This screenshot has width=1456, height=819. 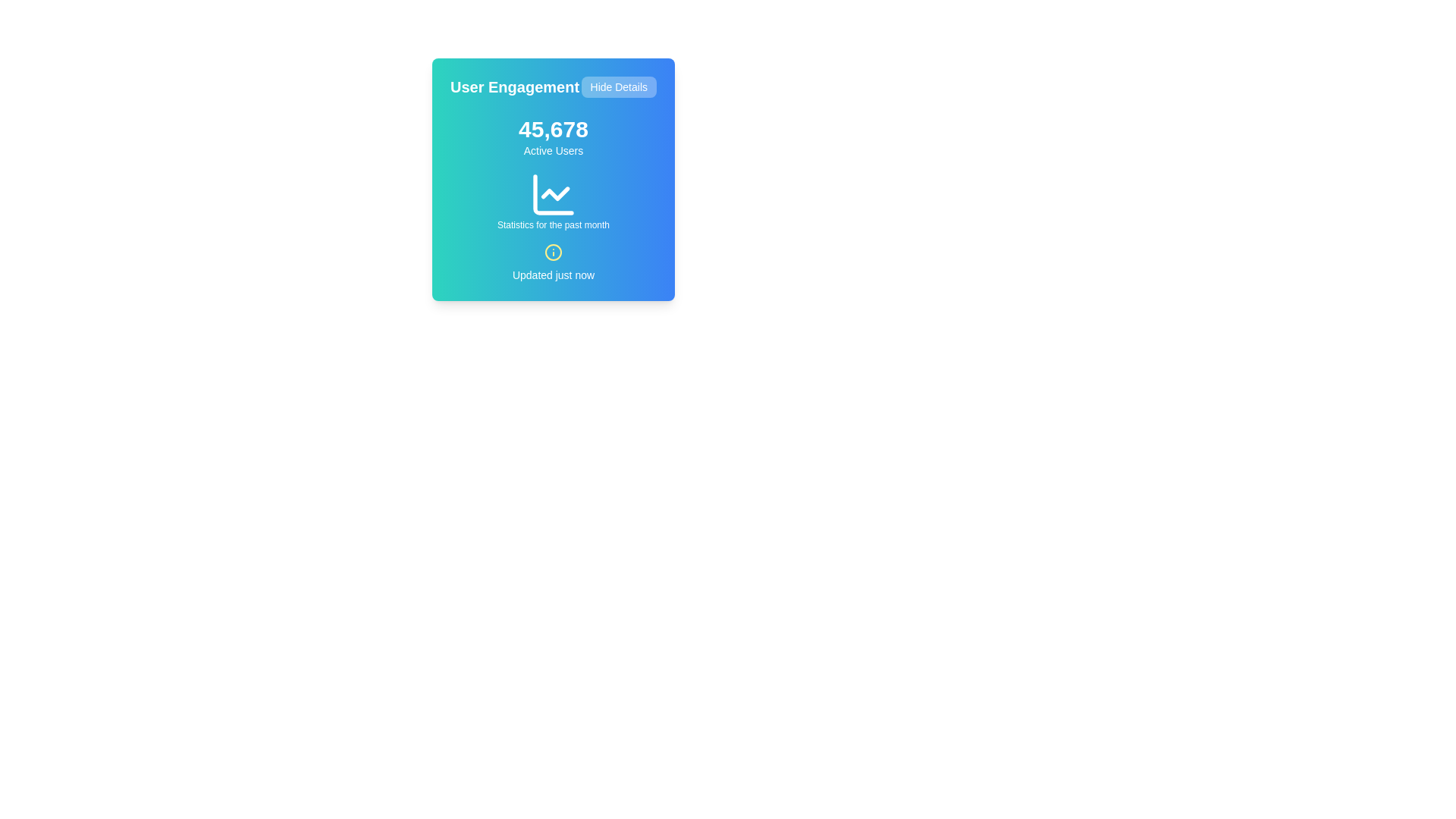 I want to click on the statistical chart icon located within the 'Statistics for the past month' section under 'User Engagement', so click(x=552, y=194).